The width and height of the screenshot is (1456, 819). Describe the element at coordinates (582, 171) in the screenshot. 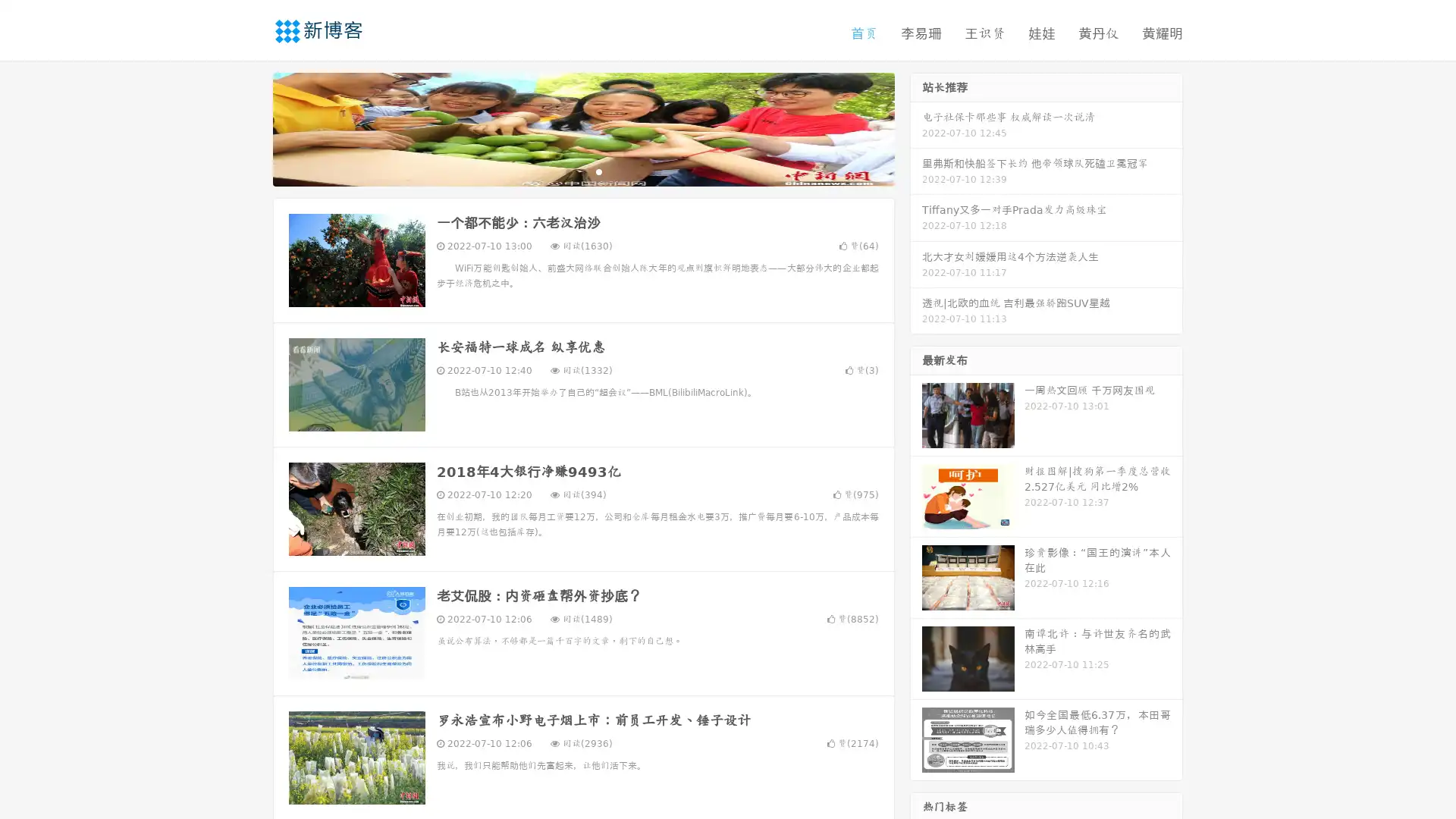

I see `Go to slide 2` at that location.